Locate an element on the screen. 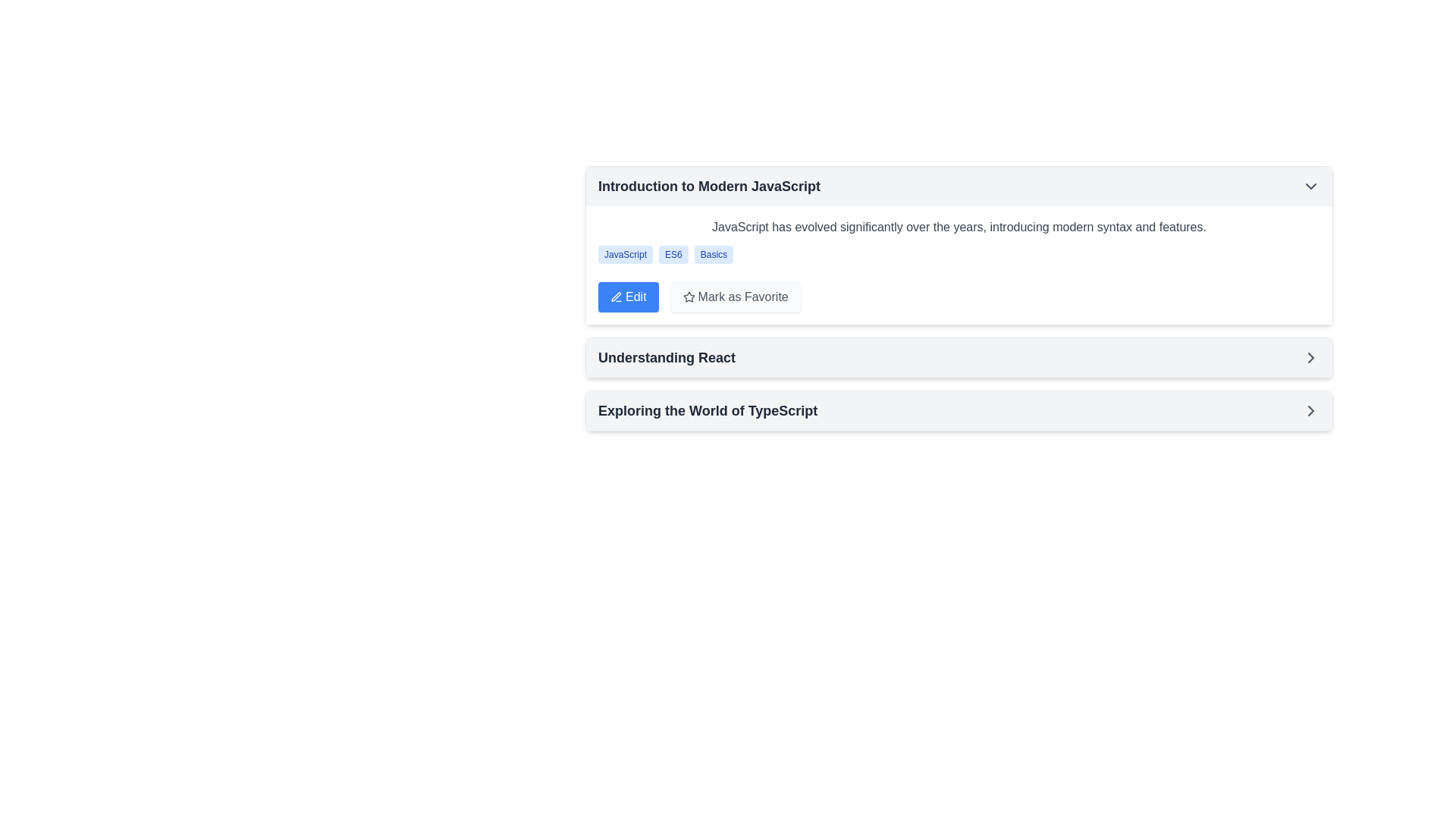 Image resolution: width=1456 pixels, height=819 pixels. the navigation link labeled 'Exploring the World of TypeScript' located in the 'Understanding React' section, below 'Introduction to Modern JavaScript' is located at coordinates (959, 411).